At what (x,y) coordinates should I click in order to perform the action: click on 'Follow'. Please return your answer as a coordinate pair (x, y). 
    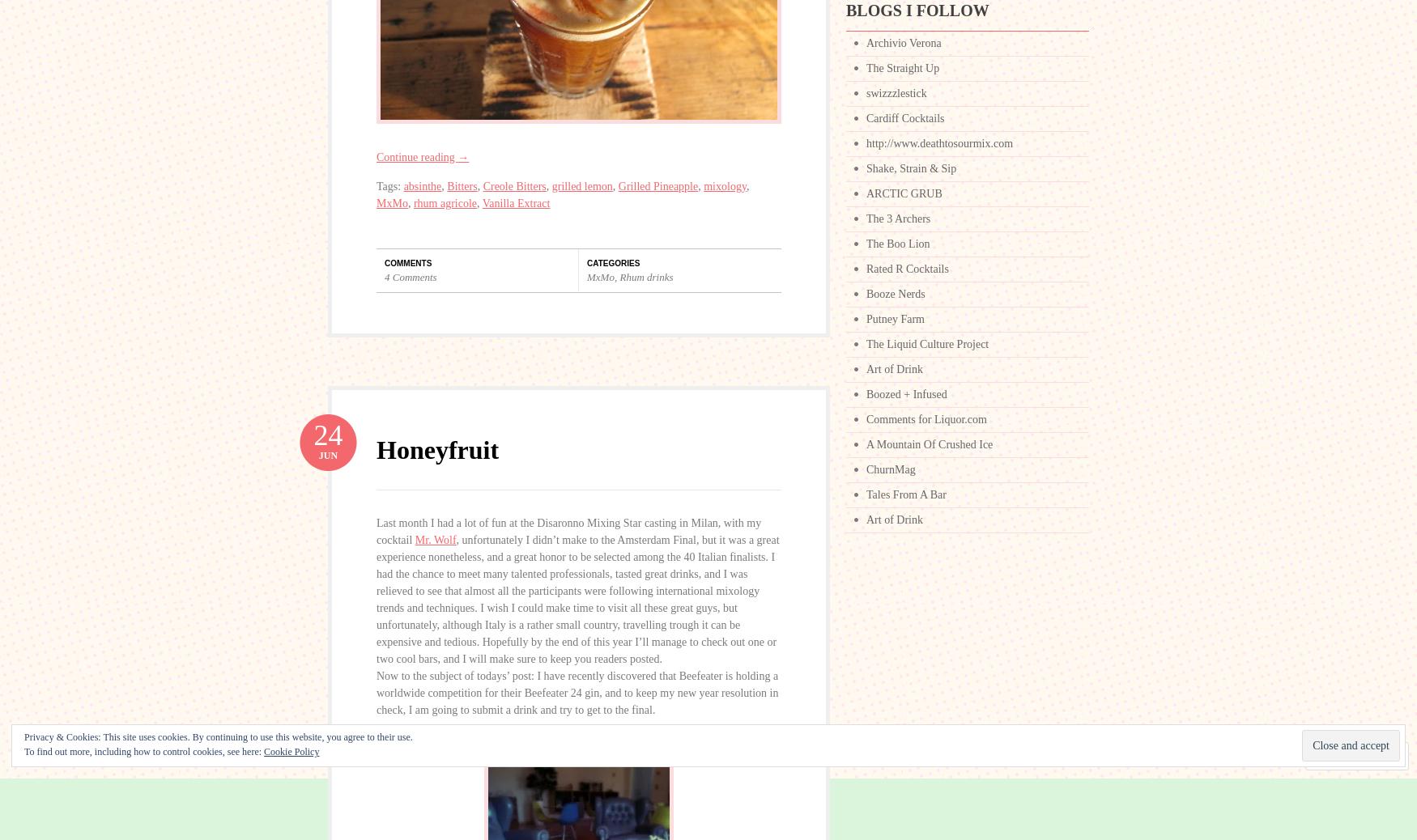
    Looking at the image, I should click on (1335, 756).